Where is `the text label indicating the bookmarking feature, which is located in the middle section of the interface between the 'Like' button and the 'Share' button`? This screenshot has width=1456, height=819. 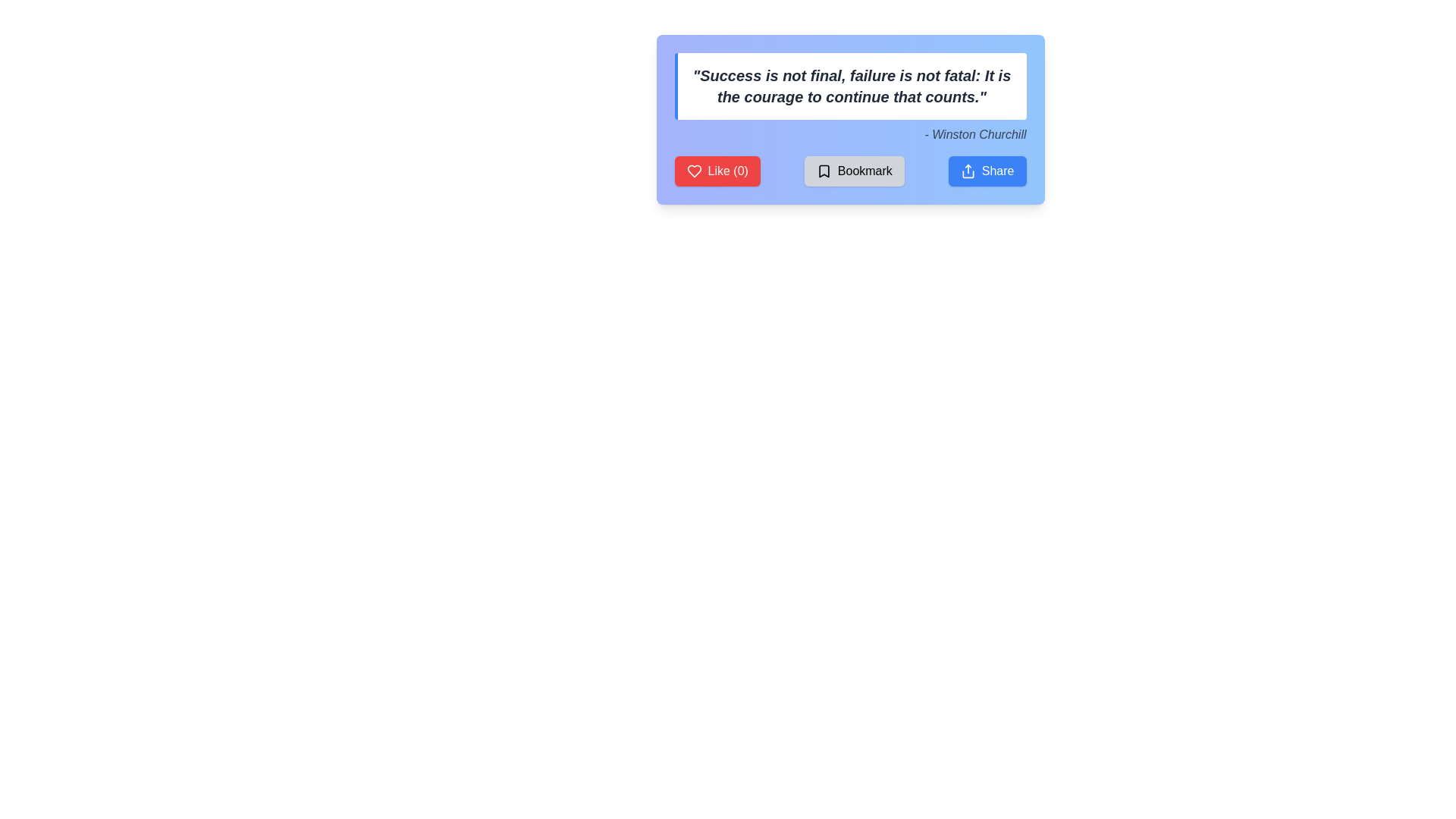
the text label indicating the bookmarking feature, which is located in the middle section of the interface between the 'Like' button and the 'Share' button is located at coordinates (864, 171).